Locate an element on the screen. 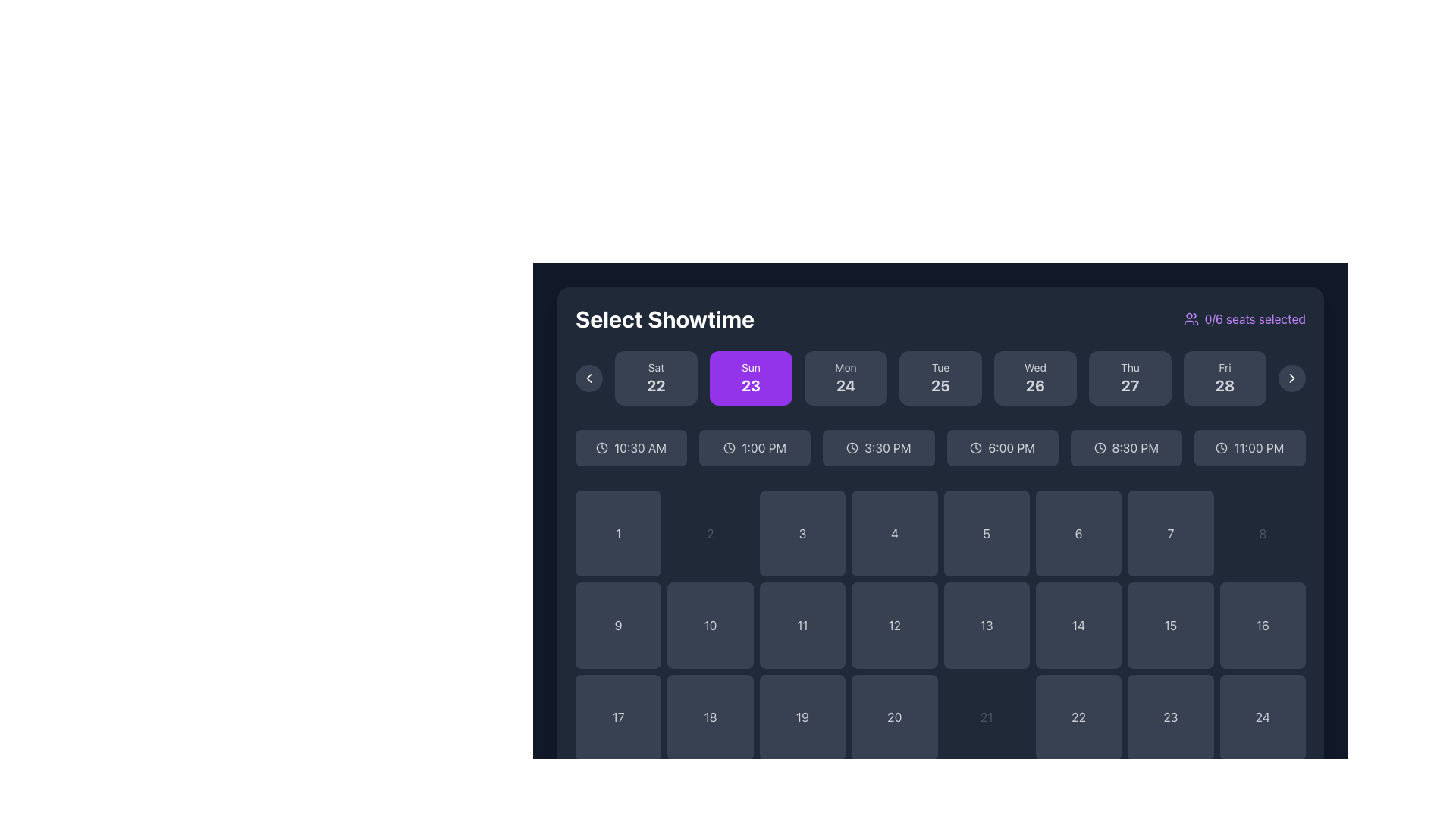 The height and width of the screenshot is (819, 1456). the button for 1:00 PM is located at coordinates (755, 447).